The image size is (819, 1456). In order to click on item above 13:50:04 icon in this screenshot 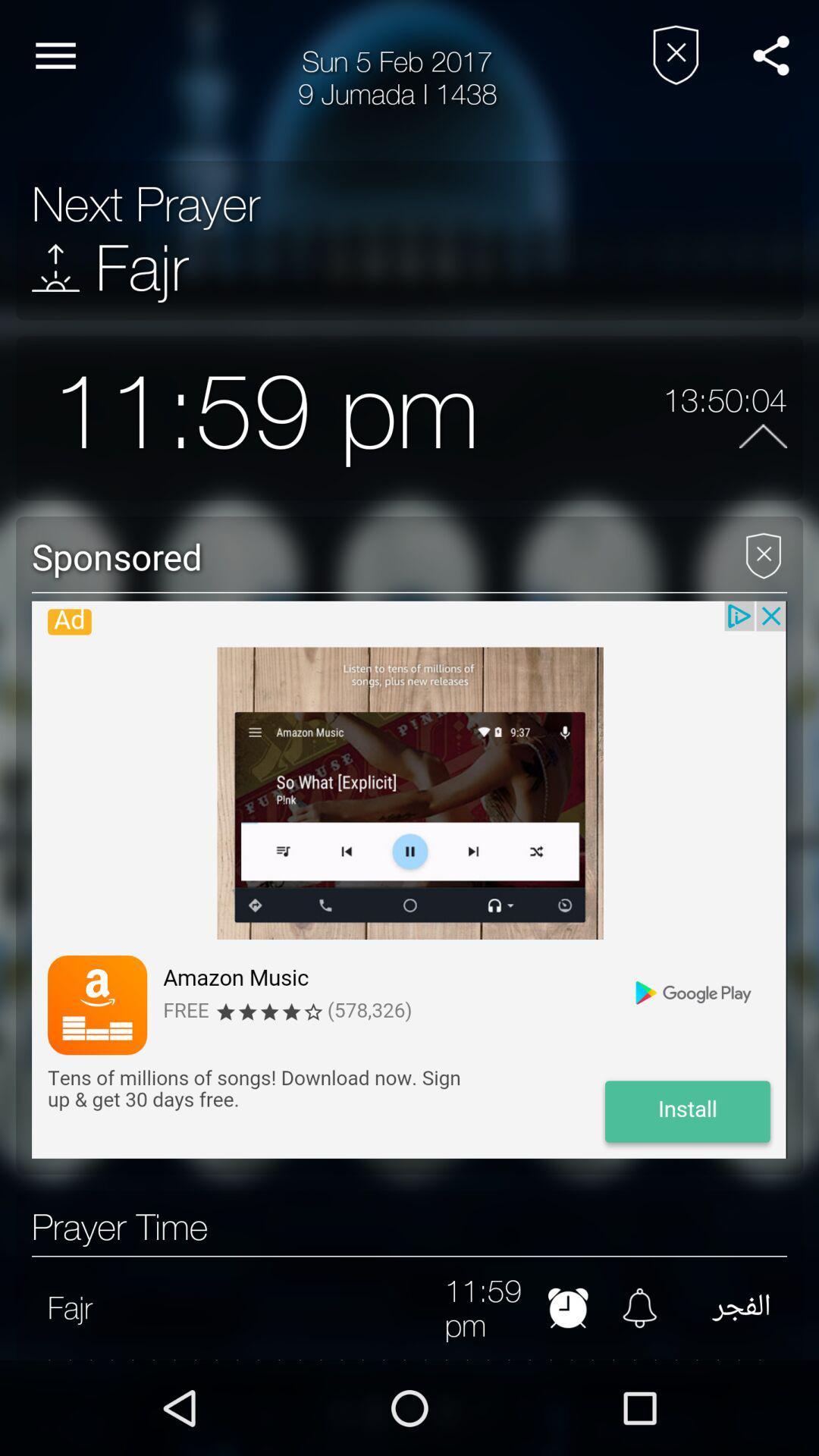, I will do `click(771, 55)`.